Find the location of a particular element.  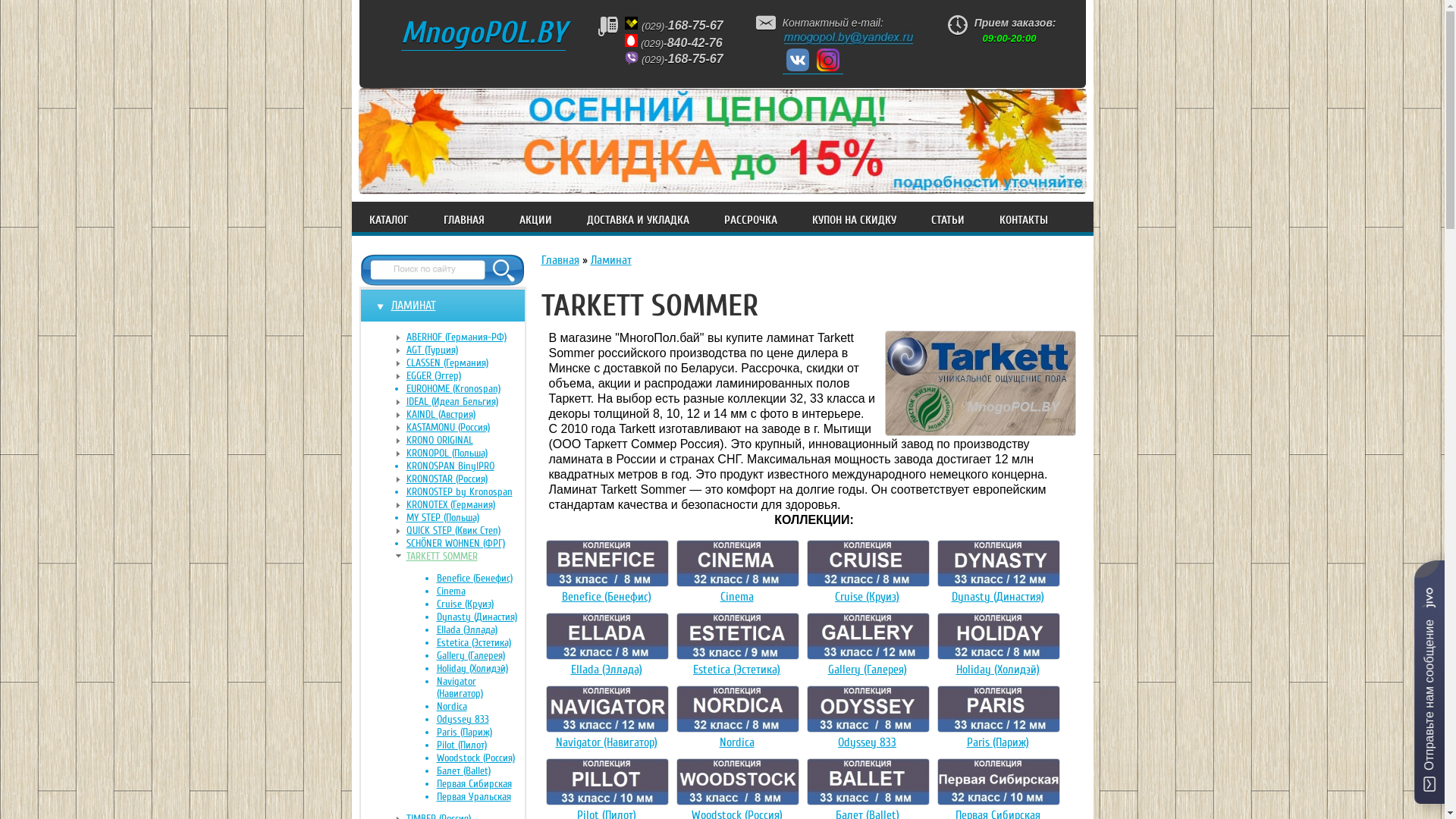

'Cinema' is located at coordinates (479, 590).